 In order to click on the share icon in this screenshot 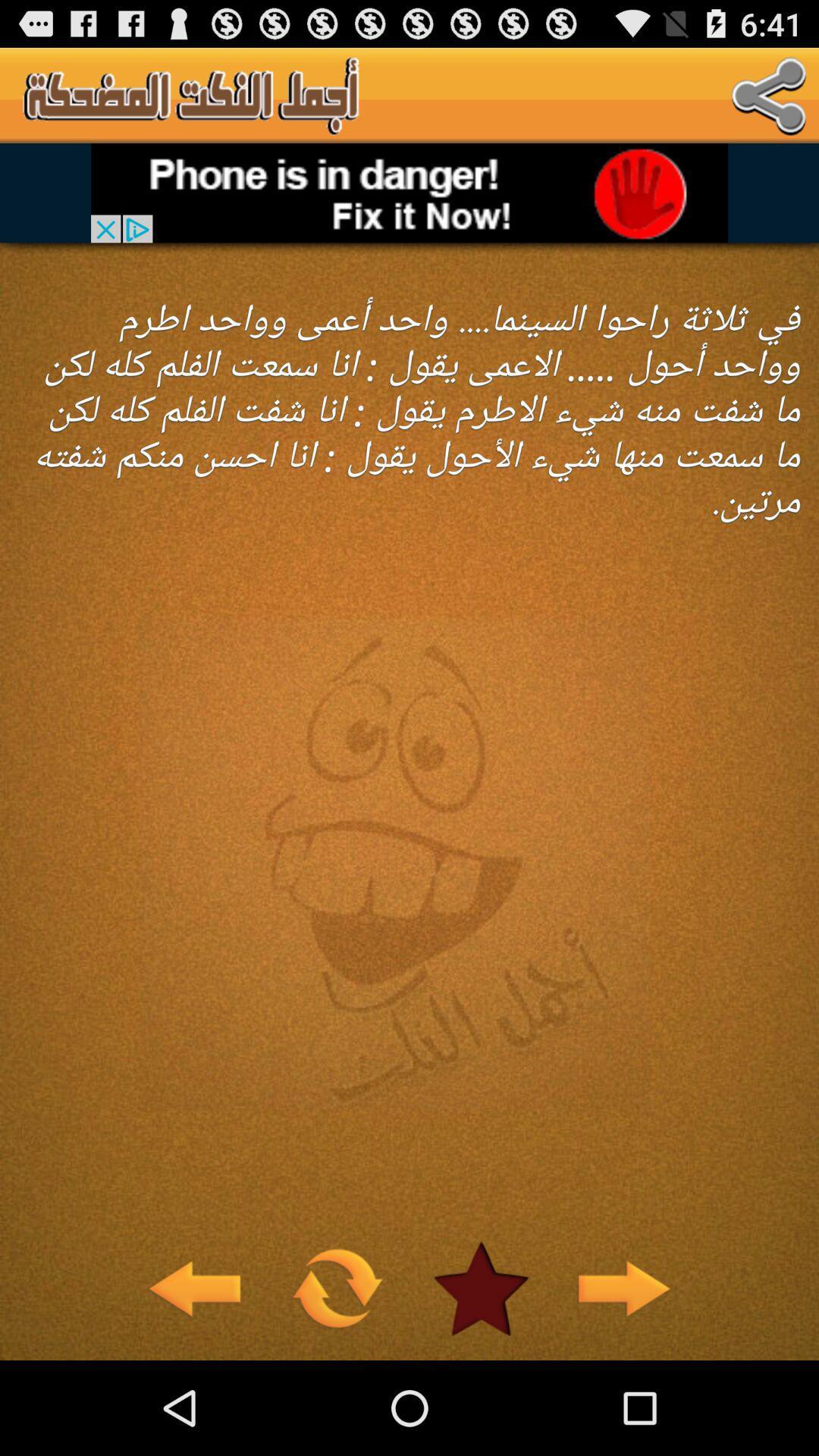, I will do `click(769, 101)`.